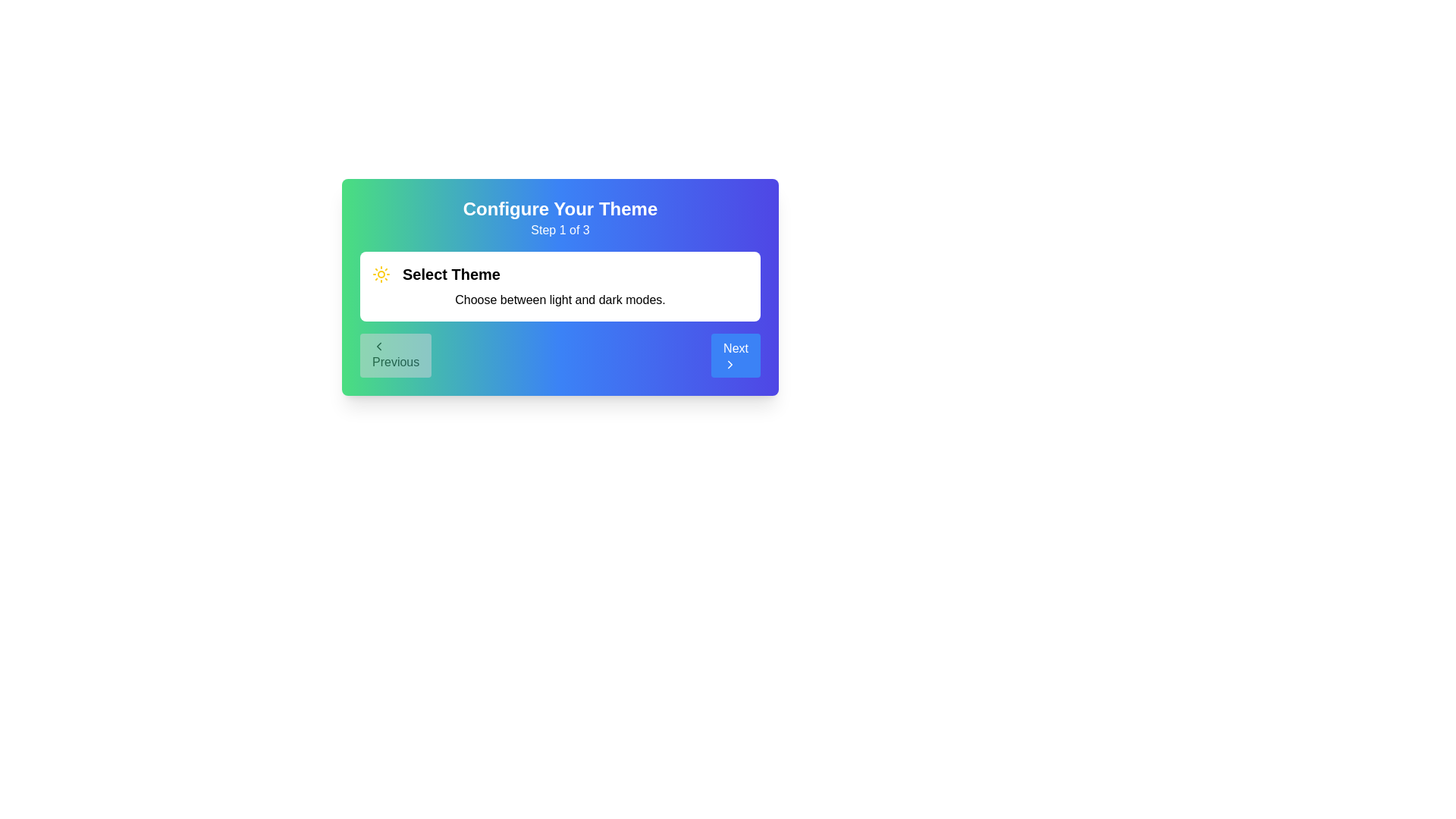 This screenshot has width=1456, height=819. Describe the element at coordinates (378, 346) in the screenshot. I see `the navigation icon located at the leftmost portion of the 'Previous' button, which is situated at the lower left corner of the card-like interface` at that location.